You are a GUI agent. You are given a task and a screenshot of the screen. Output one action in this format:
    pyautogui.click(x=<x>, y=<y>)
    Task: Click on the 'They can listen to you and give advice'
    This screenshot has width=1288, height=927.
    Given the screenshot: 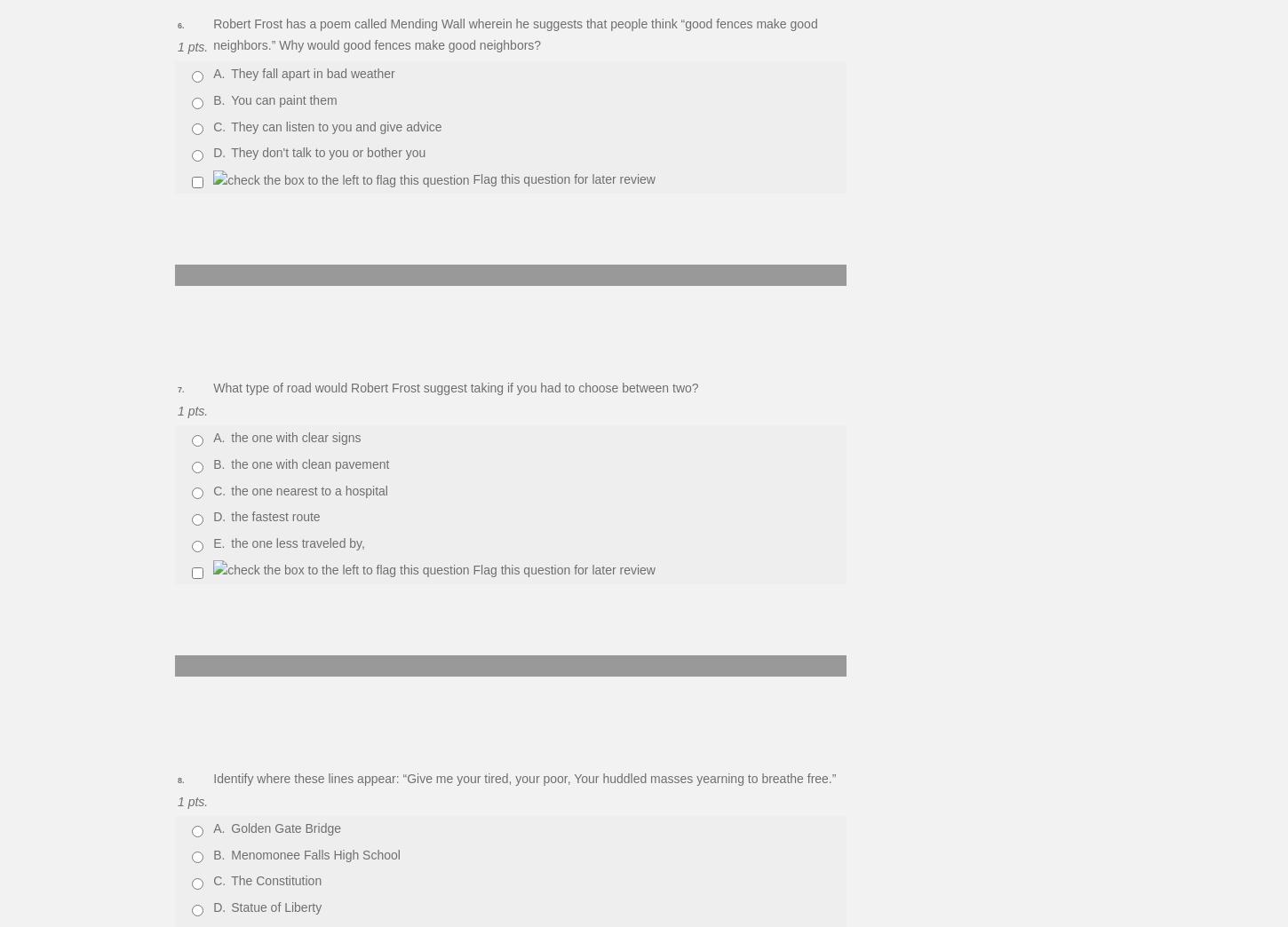 What is the action you would take?
    pyautogui.click(x=335, y=124)
    